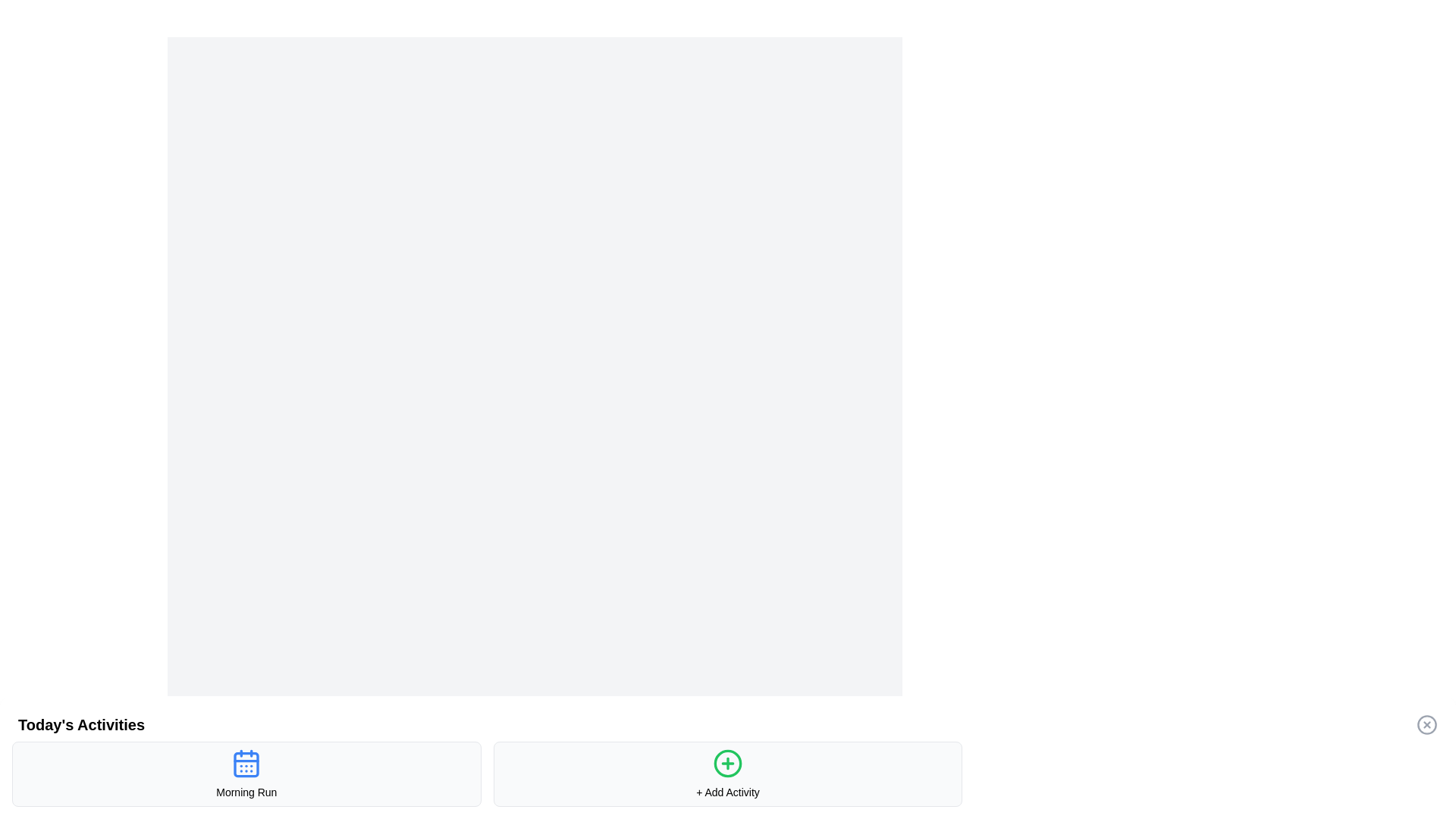 The width and height of the screenshot is (1456, 819). I want to click on the green circular outline of the '+' icon located within the button labeled '+ Add Activity' at the bottom-center of the interface, so click(728, 763).